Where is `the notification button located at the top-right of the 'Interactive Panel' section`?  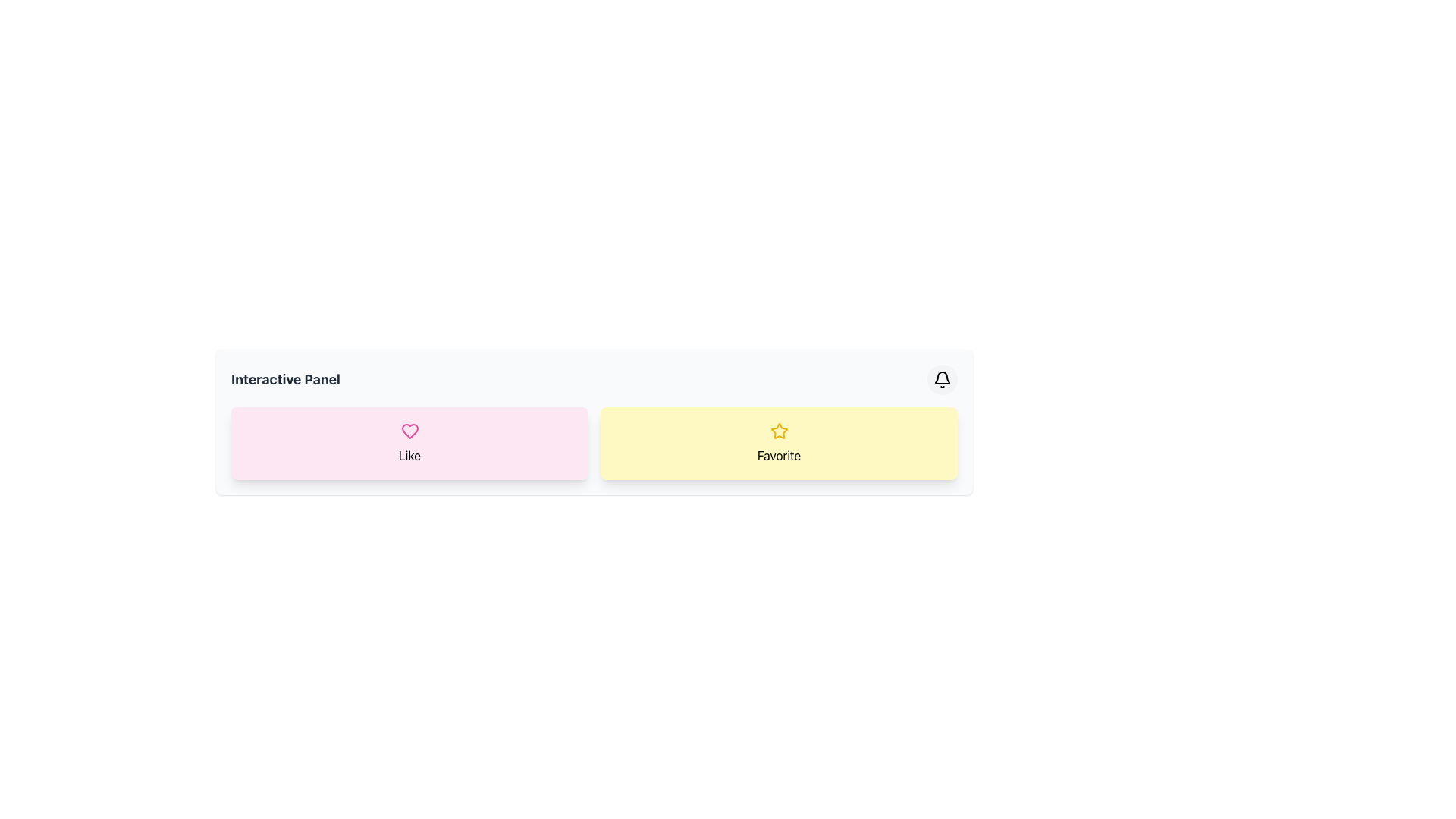
the notification button located at the top-right of the 'Interactive Panel' section is located at coordinates (942, 379).